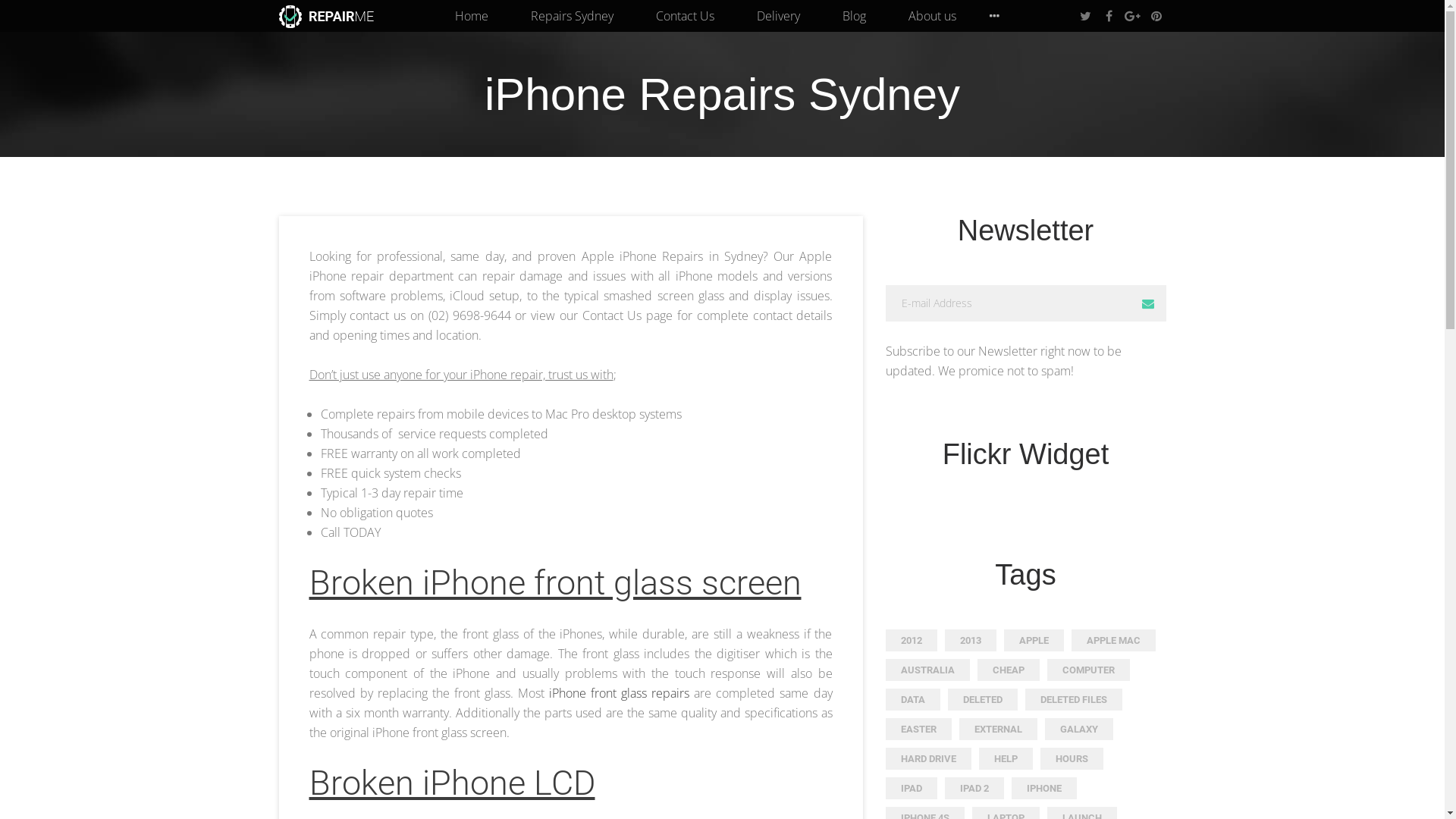  Describe the element at coordinates (1078, 728) in the screenshot. I see `'GALAXY'` at that location.